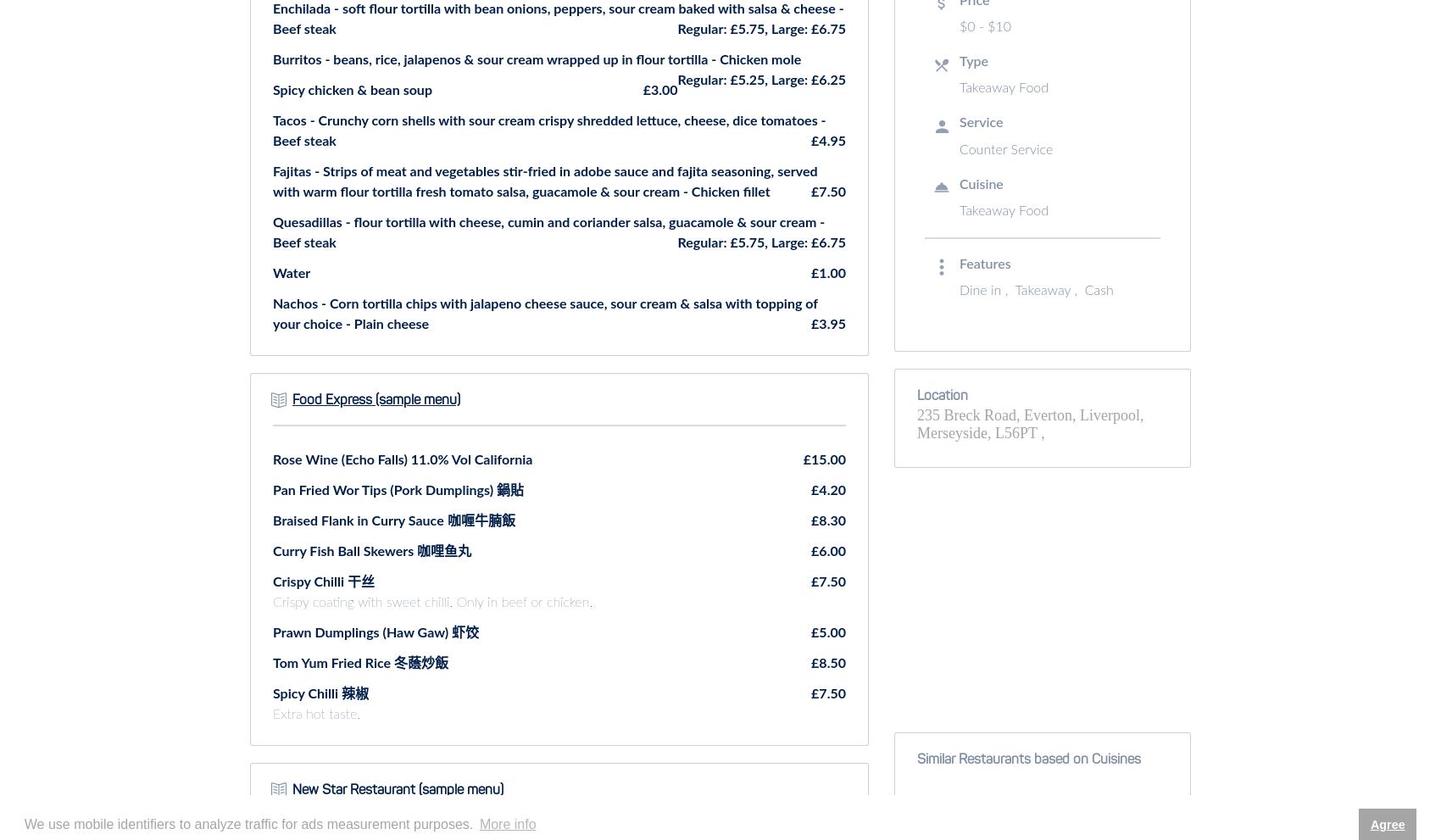 Image resolution: width=1441 pixels, height=840 pixels. What do you see at coordinates (271, 712) in the screenshot?
I see `'Extra hot taste.'` at bounding box center [271, 712].